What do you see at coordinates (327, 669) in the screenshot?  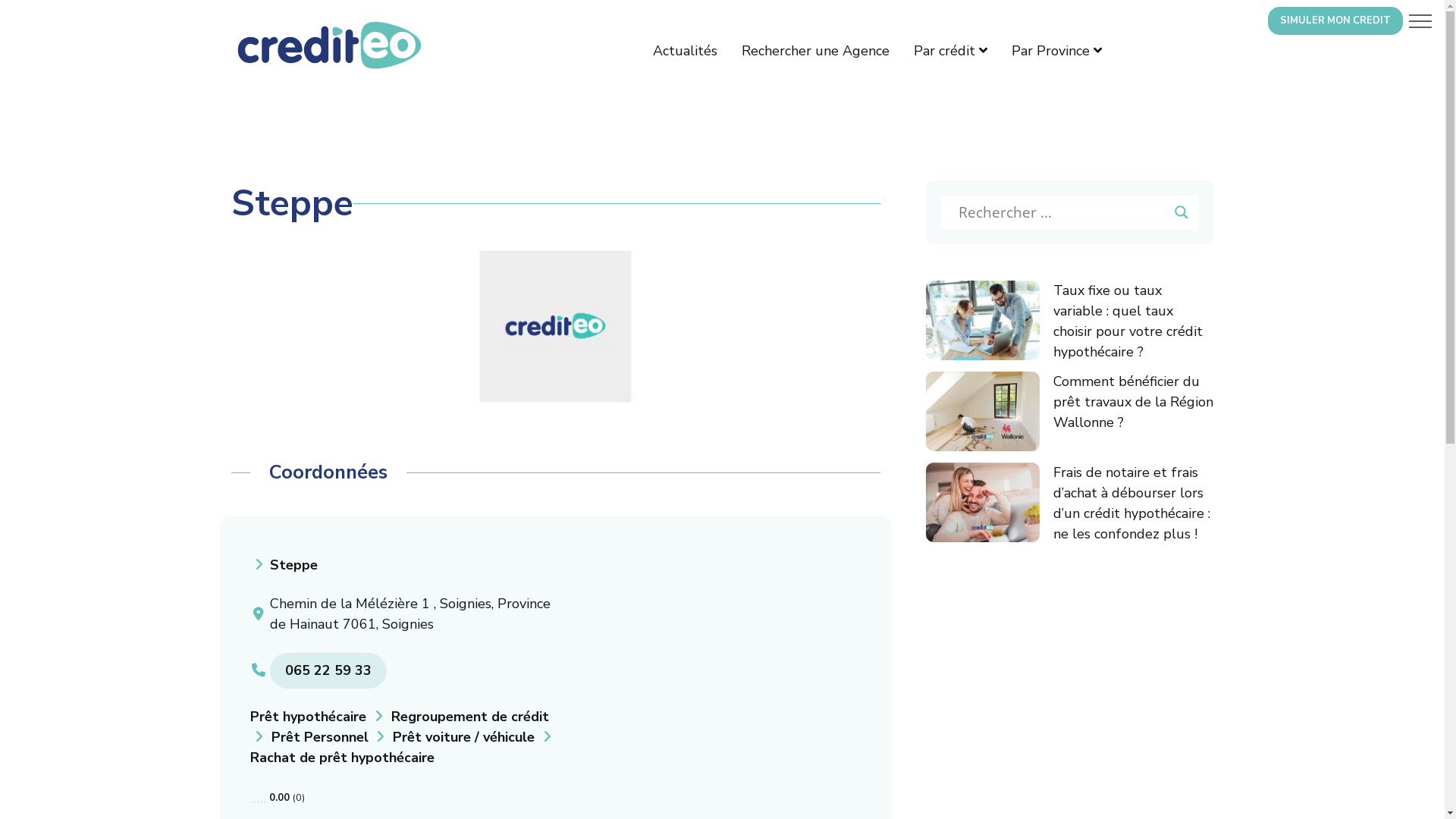 I see `'065 22 59 33'` at bounding box center [327, 669].